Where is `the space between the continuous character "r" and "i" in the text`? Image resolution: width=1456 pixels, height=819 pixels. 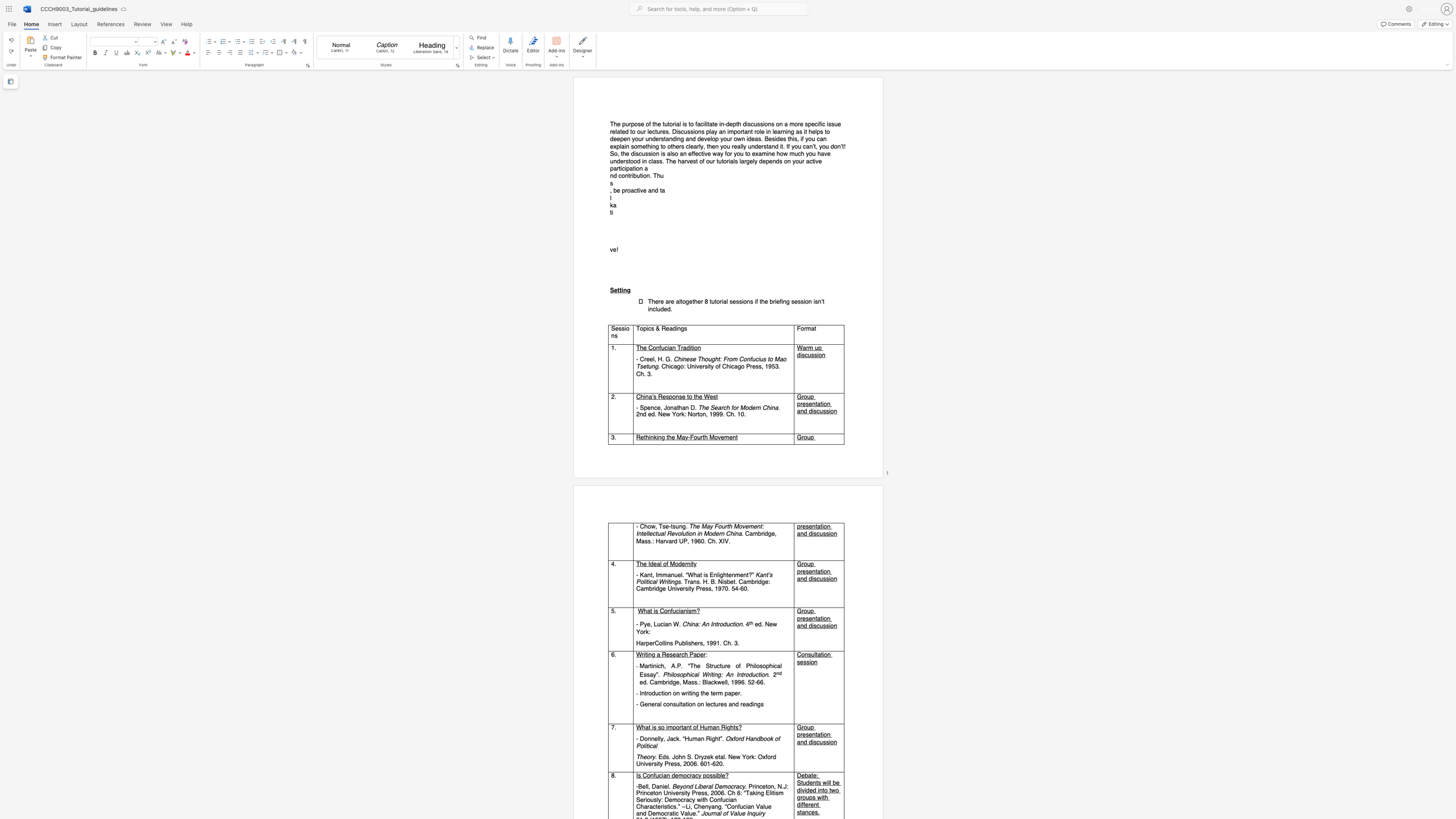
the space between the continuous character "r" and "i" in the text is located at coordinates (632, 176).